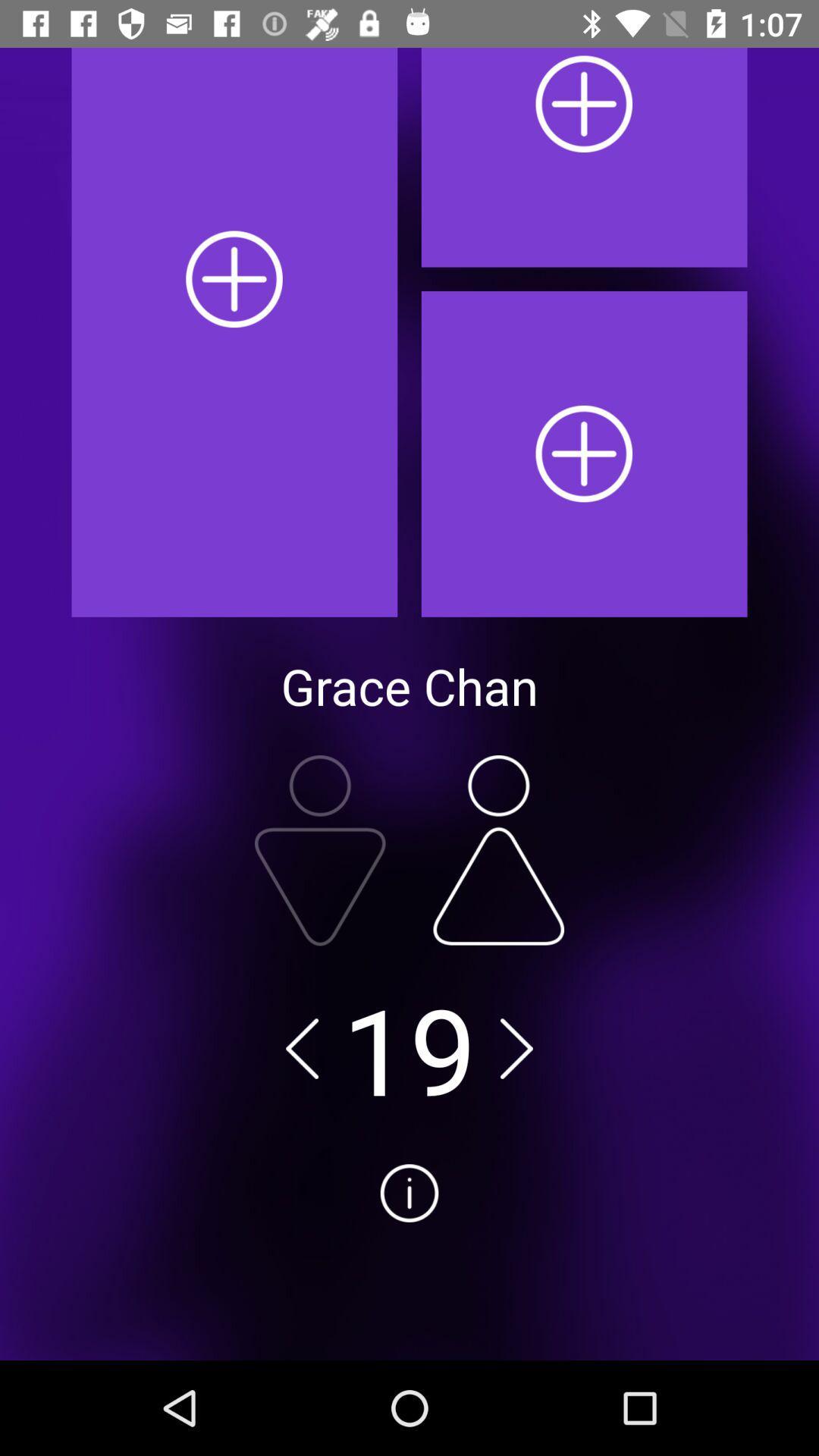 This screenshot has height=1456, width=819. Describe the element at coordinates (319, 850) in the screenshot. I see `photo edit app` at that location.